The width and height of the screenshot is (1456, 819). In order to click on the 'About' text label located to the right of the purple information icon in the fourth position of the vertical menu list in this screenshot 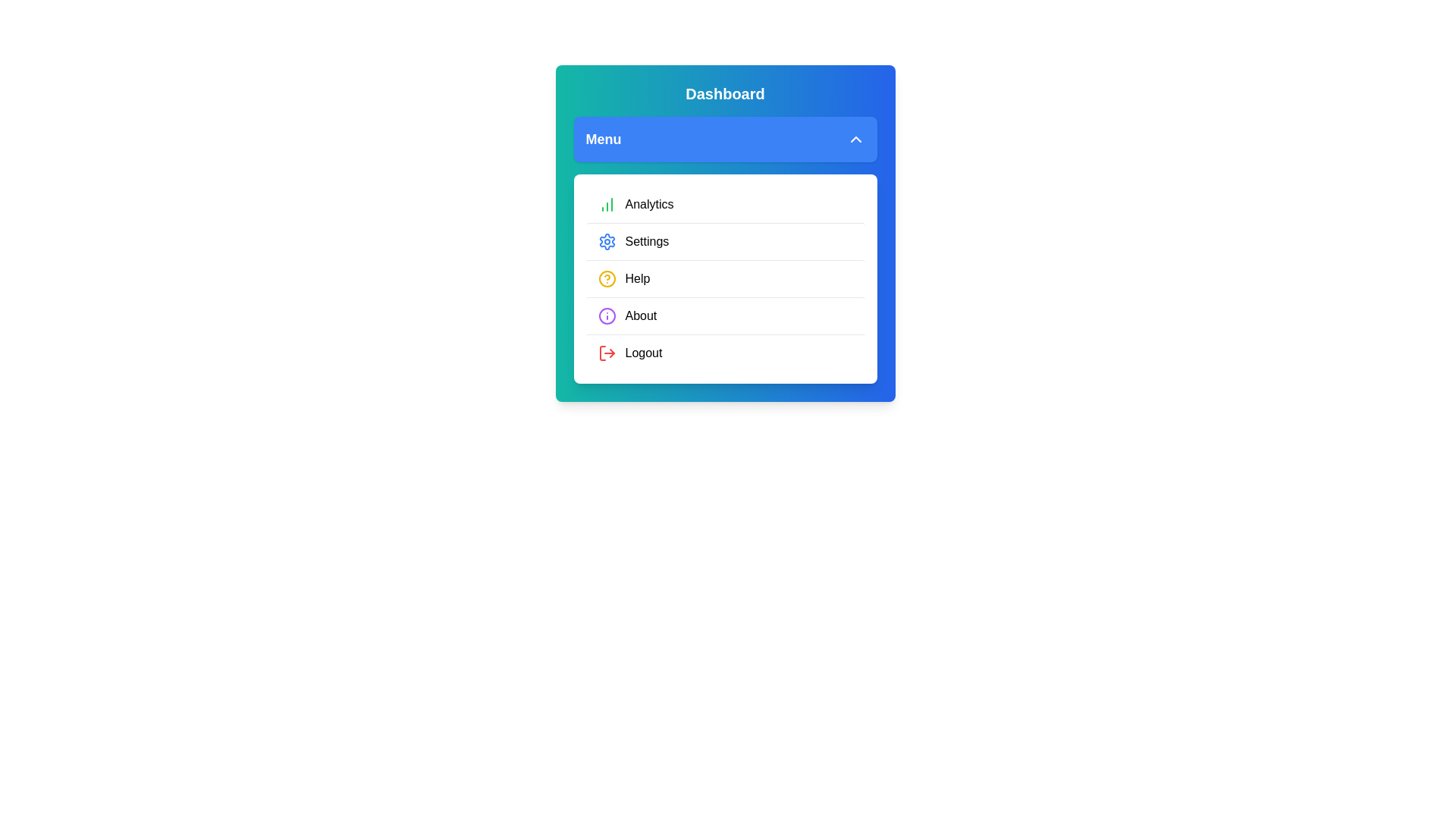, I will do `click(641, 315)`.